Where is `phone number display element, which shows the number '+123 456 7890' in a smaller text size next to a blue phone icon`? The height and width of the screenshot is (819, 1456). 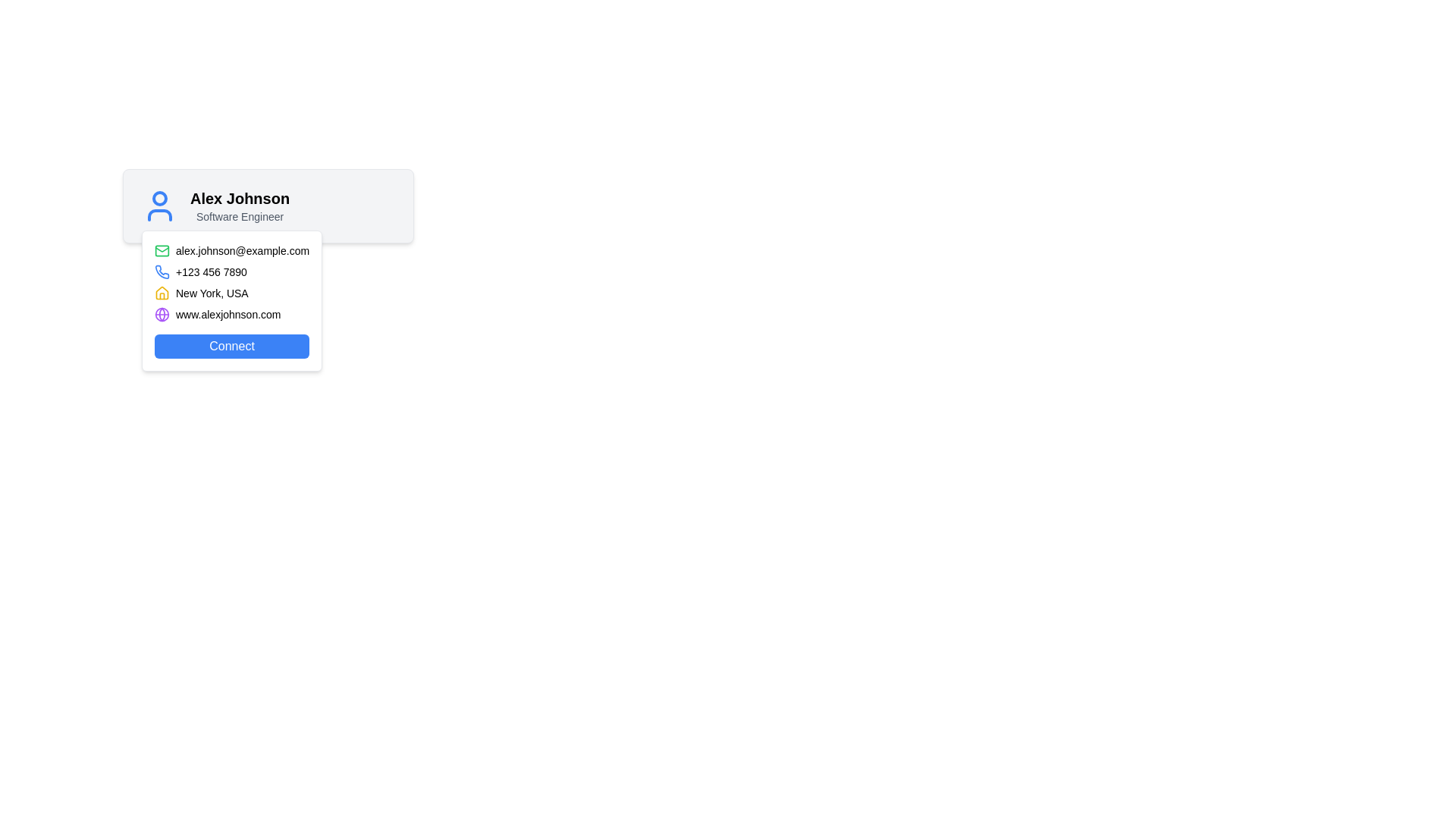 phone number display element, which shows the number '+123 456 7890' in a smaller text size next to a blue phone icon is located at coordinates (210, 271).